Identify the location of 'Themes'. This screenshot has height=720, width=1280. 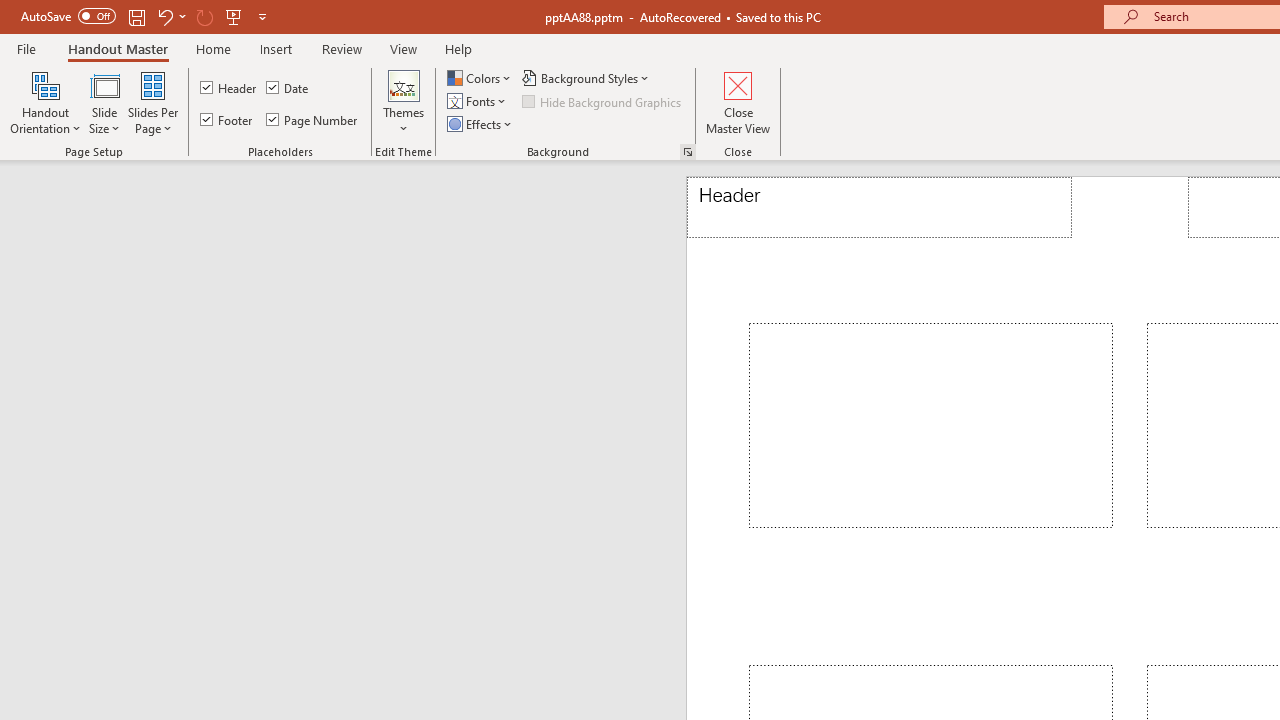
(403, 103).